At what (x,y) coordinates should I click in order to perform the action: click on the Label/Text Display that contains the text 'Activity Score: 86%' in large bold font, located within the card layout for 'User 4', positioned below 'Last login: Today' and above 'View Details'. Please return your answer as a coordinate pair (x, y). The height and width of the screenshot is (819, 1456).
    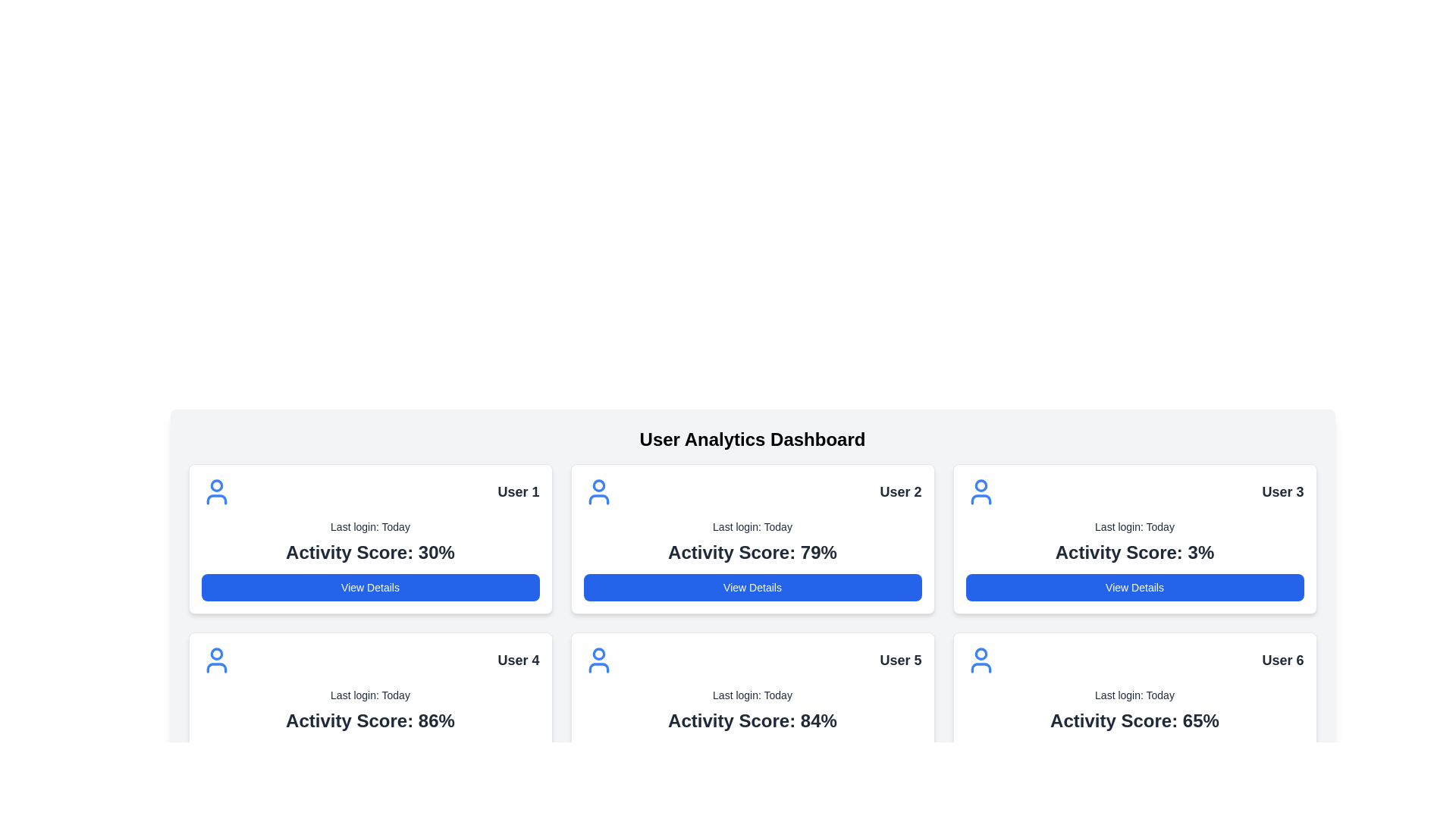
    Looking at the image, I should click on (370, 720).